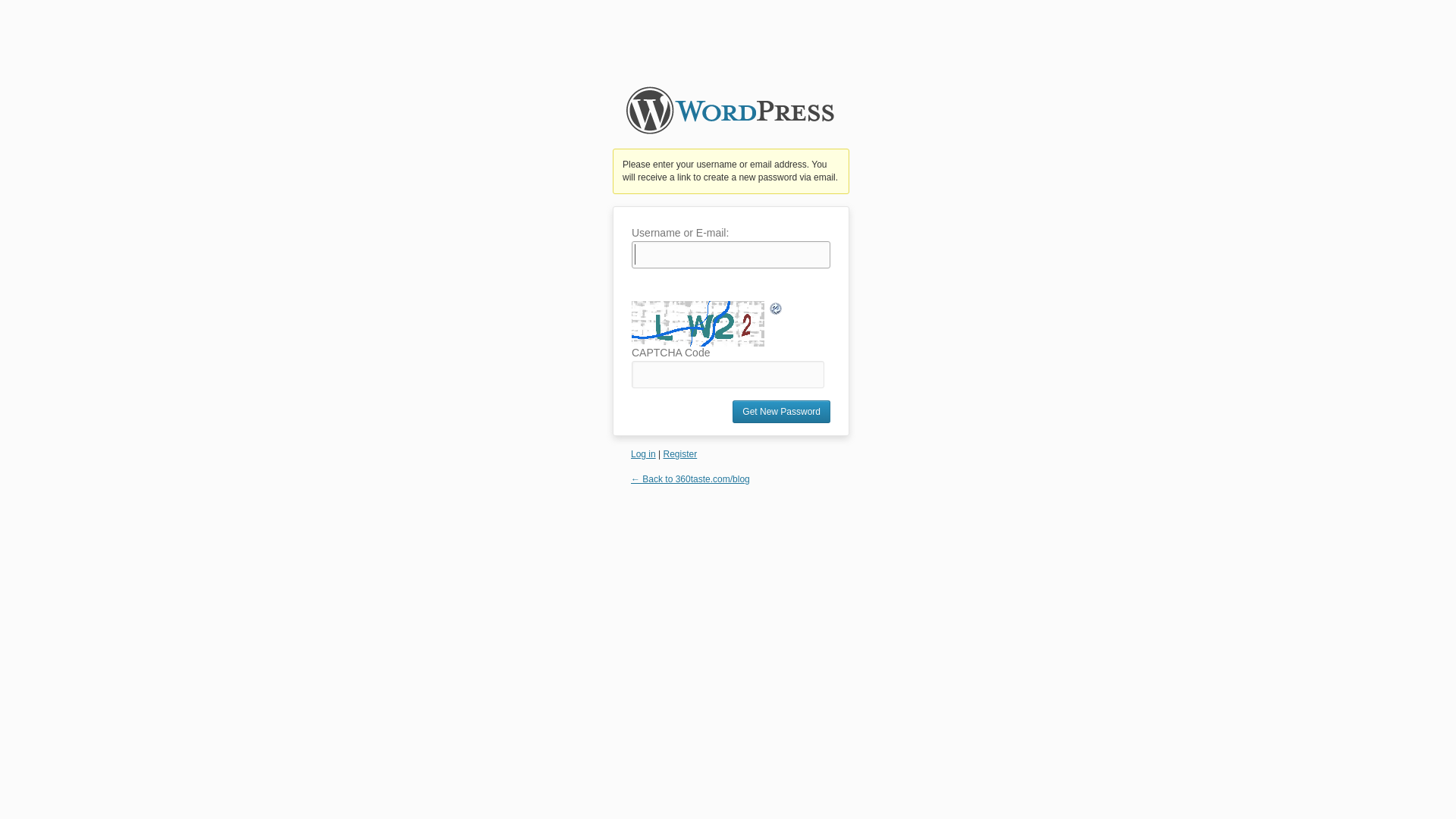 This screenshot has height=819, width=1456. Describe the element at coordinates (781, 412) in the screenshot. I see `'Get New Password'` at that location.